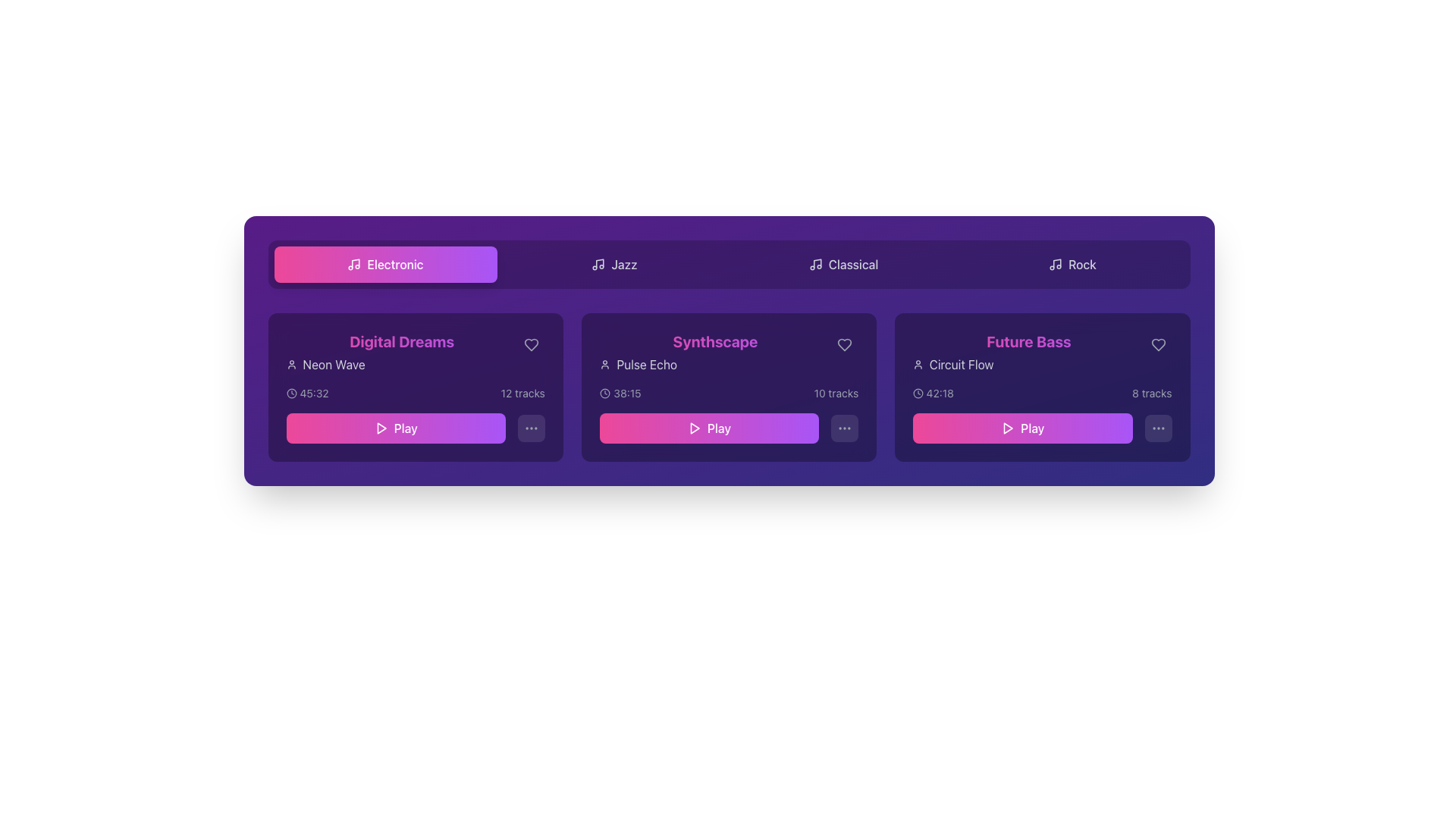 The width and height of the screenshot is (1456, 819). Describe the element at coordinates (531, 428) in the screenshot. I see `the small, rounded rectangular button with three vertically aligned dots, located to the right of the 'Play' button in the 'Digital Dreams' section` at that location.